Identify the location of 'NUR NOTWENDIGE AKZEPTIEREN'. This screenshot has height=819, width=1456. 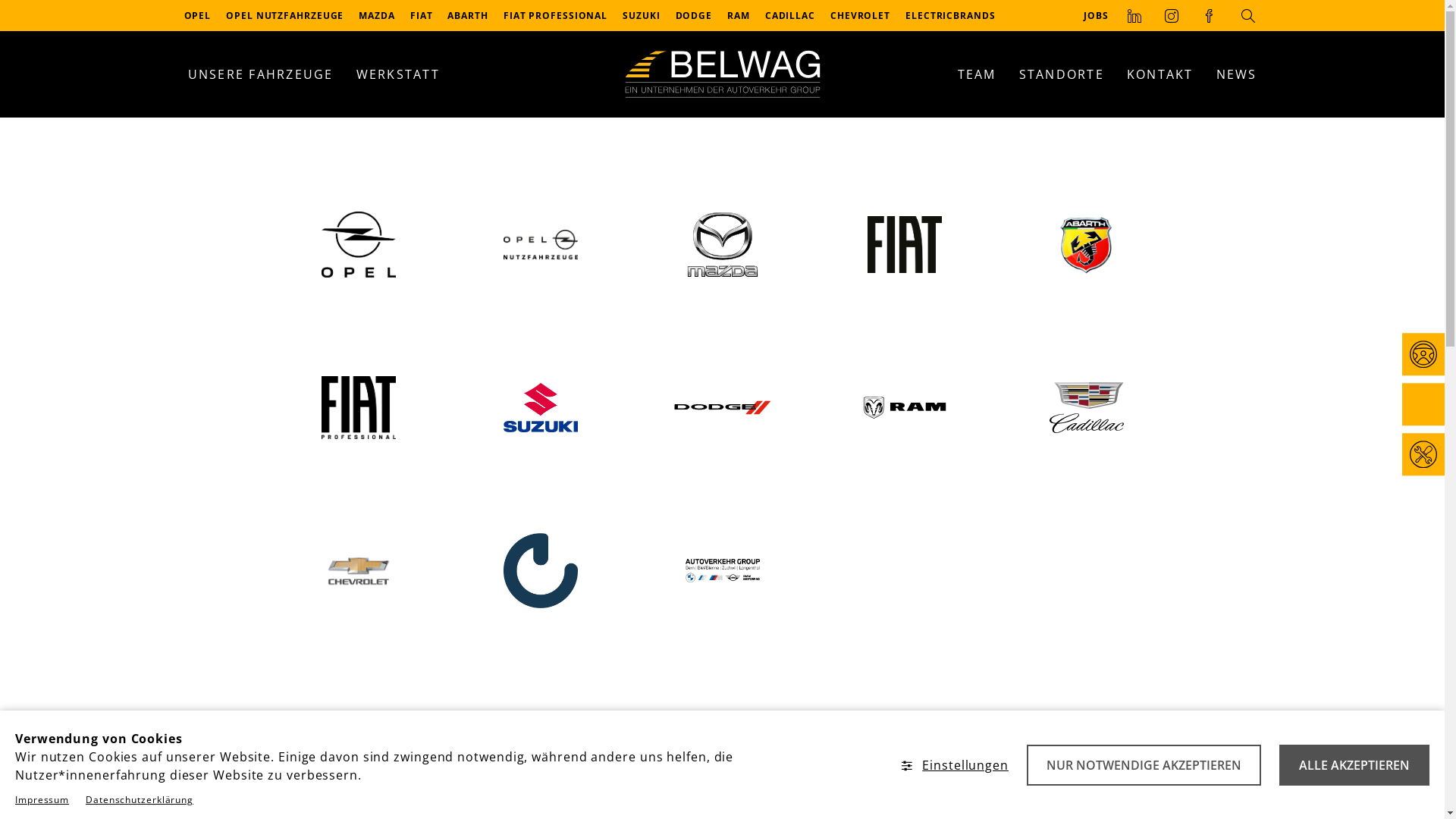
(1144, 765).